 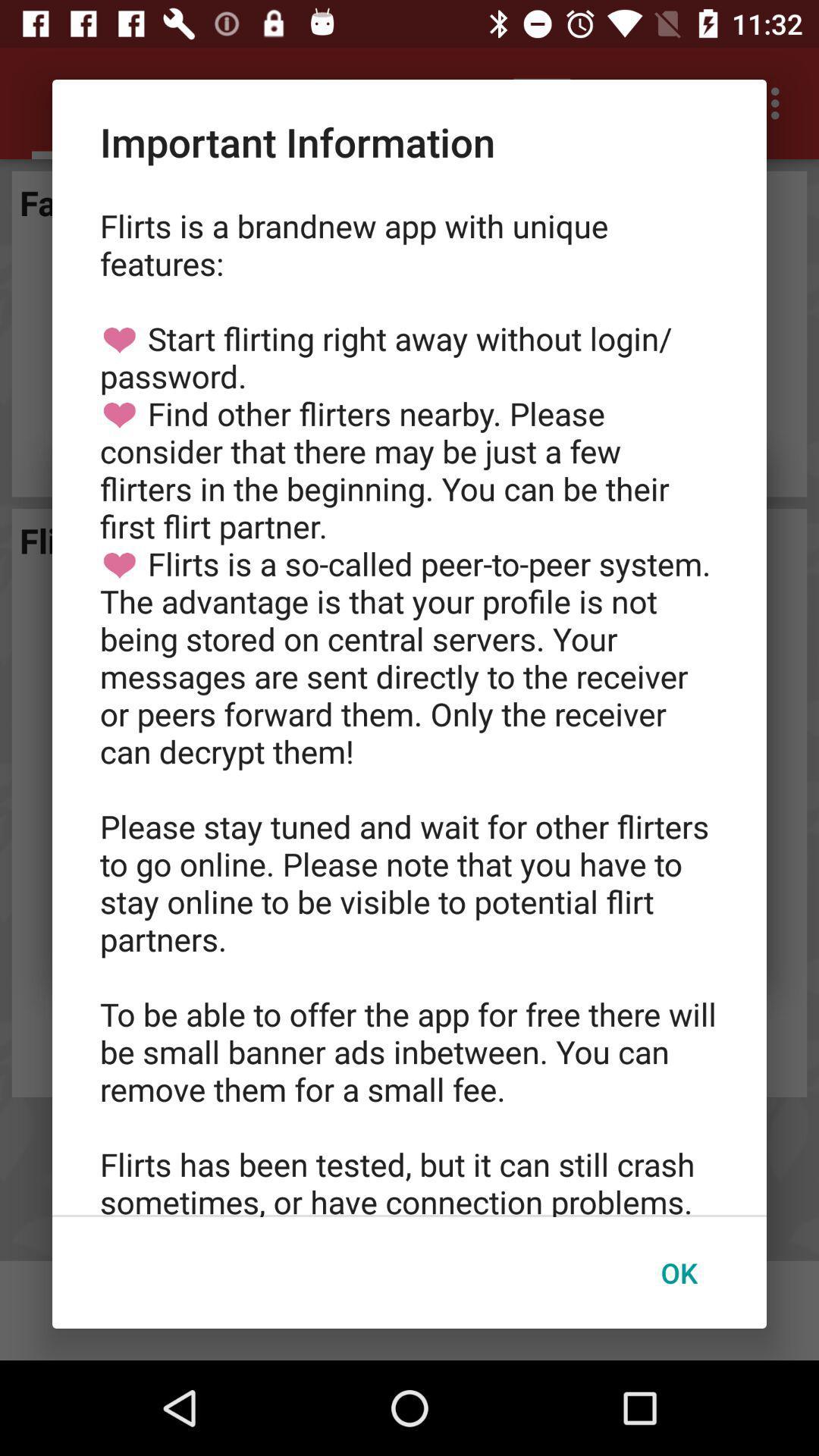 What do you see at coordinates (678, 1272) in the screenshot?
I see `ok` at bounding box center [678, 1272].